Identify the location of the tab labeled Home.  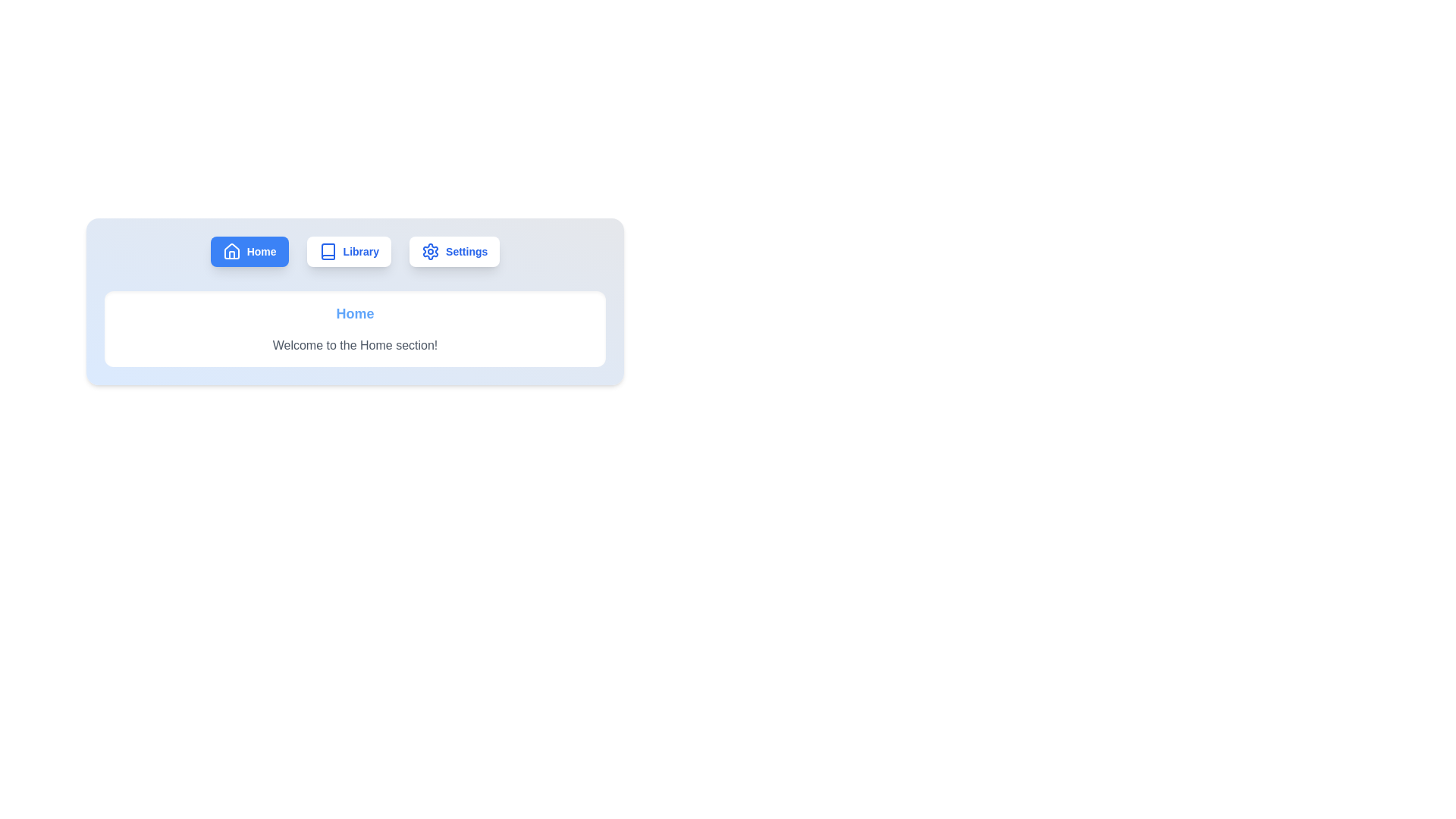
(249, 250).